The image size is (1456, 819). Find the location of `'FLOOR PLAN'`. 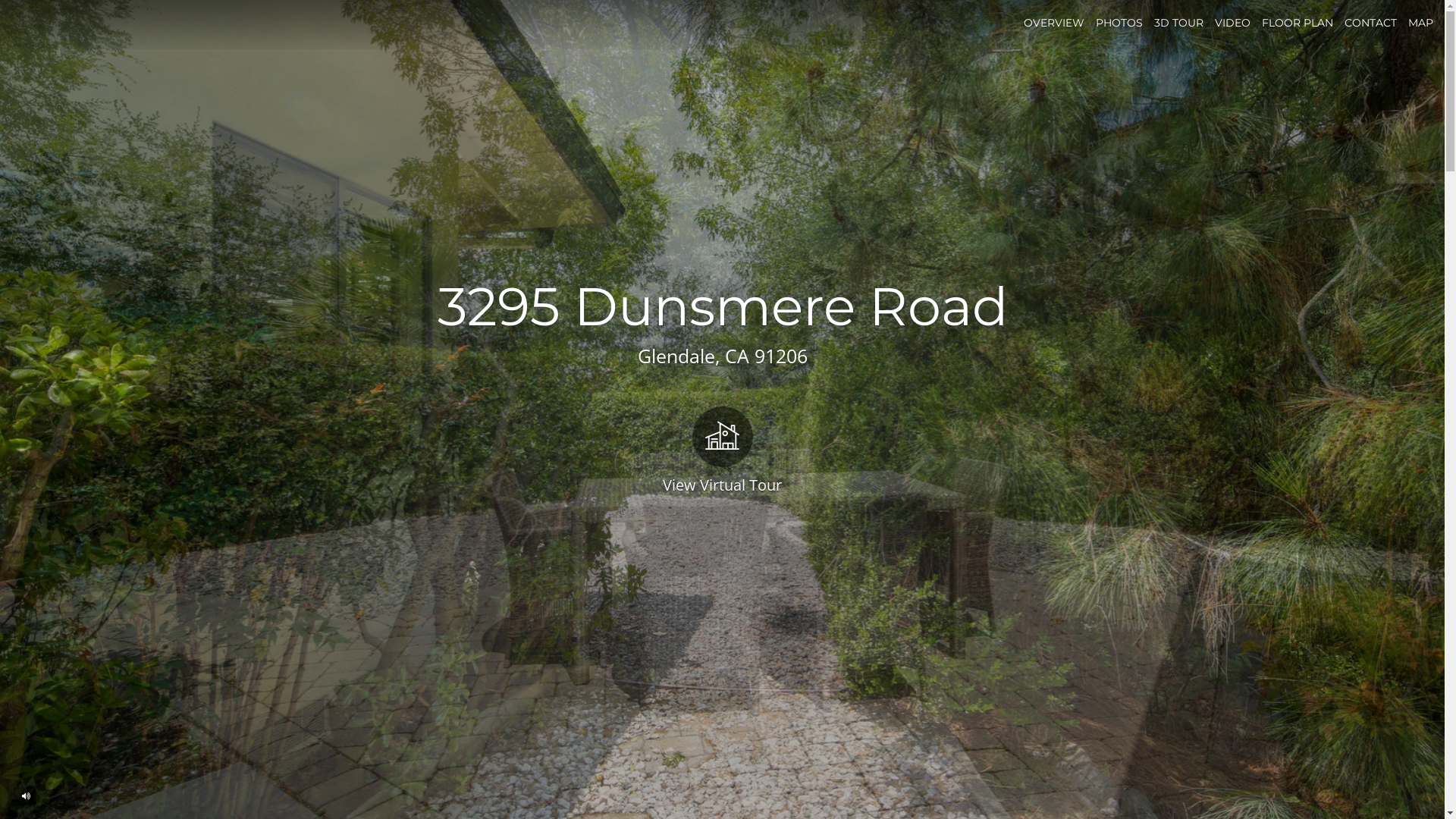

'FLOOR PLAN' is located at coordinates (1296, 23).